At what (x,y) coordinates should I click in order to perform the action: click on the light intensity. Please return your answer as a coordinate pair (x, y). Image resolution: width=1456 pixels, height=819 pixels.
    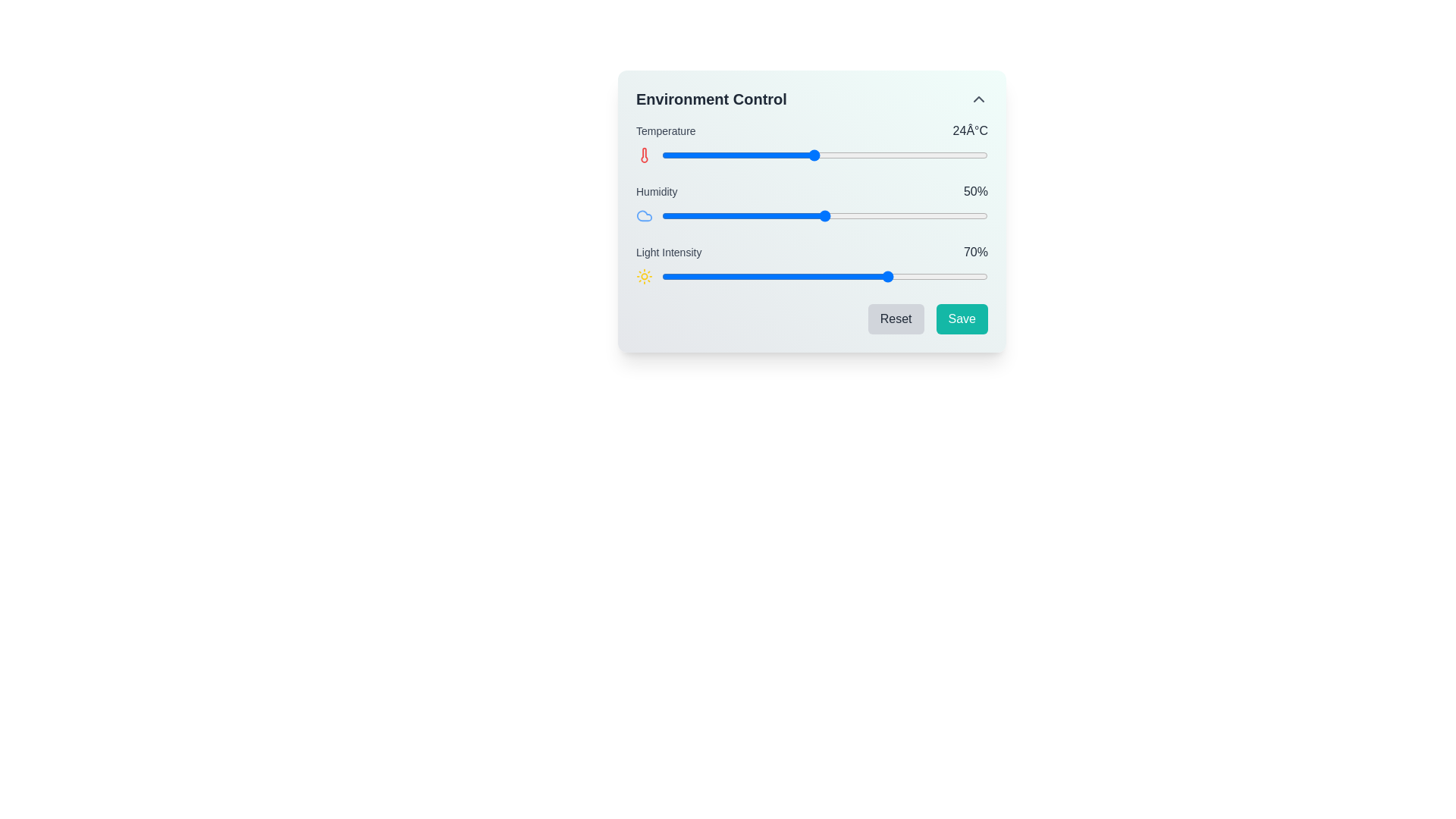
    Looking at the image, I should click on (684, 277).